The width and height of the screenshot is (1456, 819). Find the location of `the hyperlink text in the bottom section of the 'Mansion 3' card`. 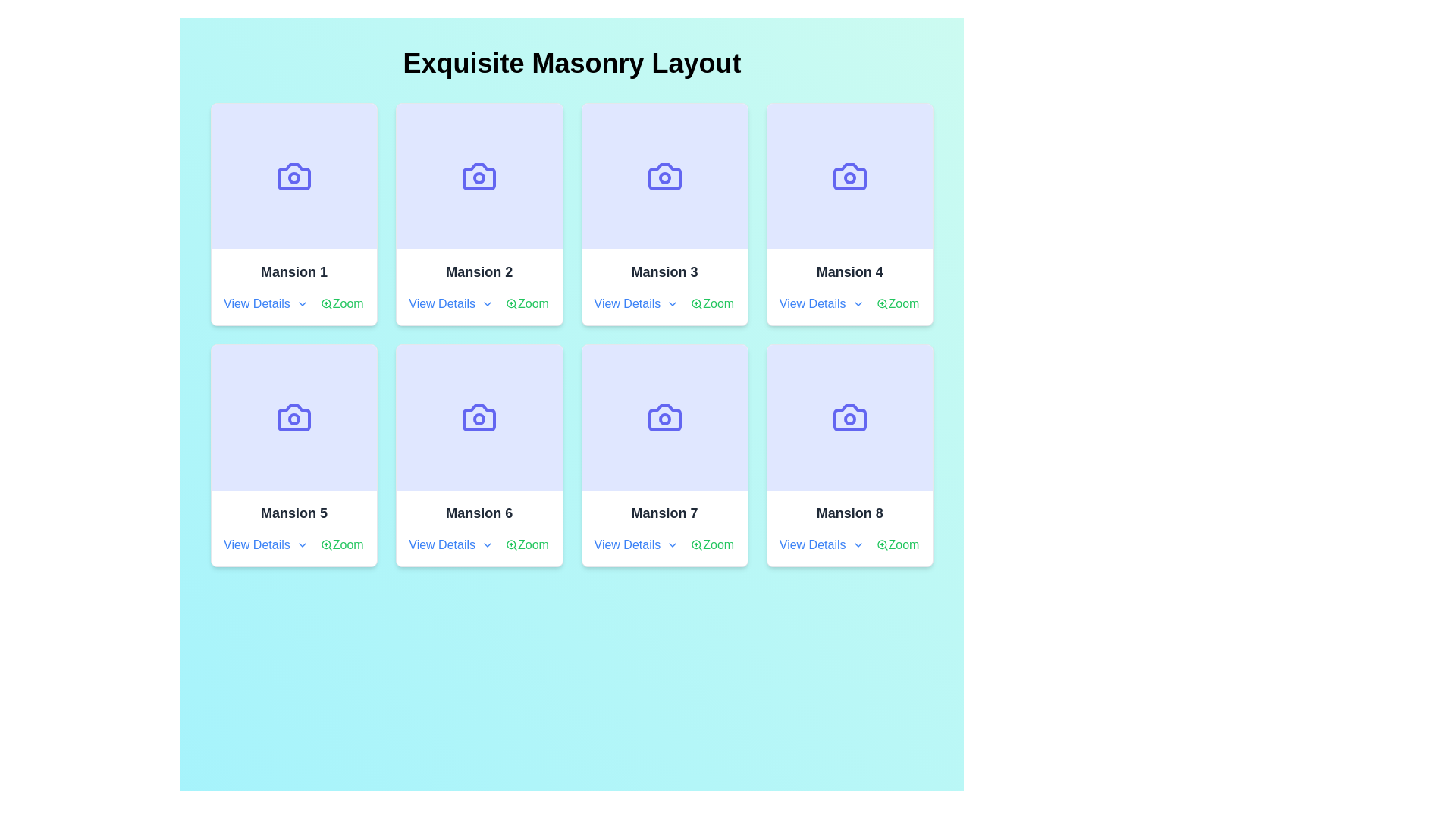

the hyperlink text in the bottom section of the 'Mansion 3' card is located at coordinates (636, 304).